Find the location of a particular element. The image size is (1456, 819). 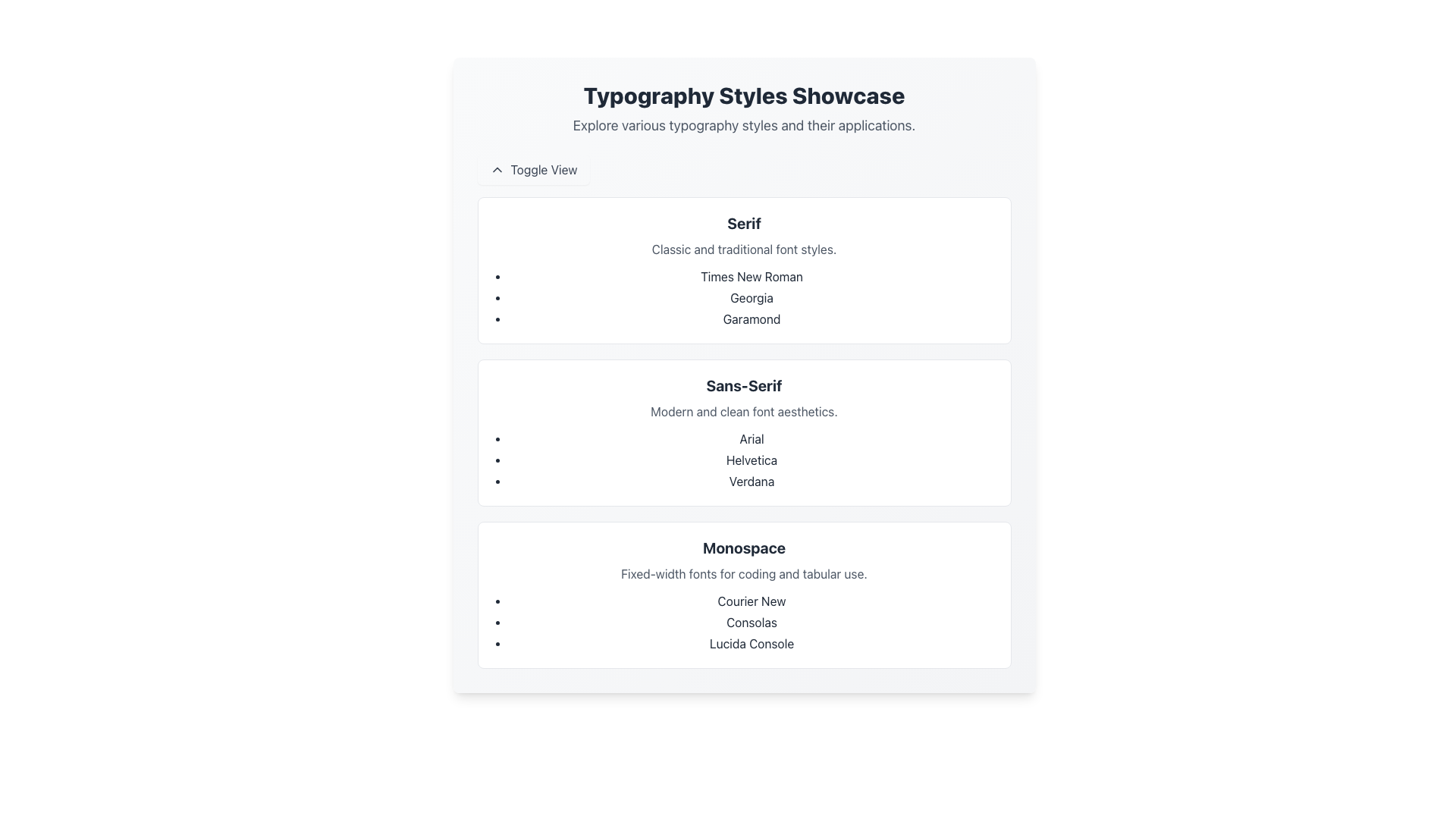

the Text block that provides a brief description below the header 'Typography Styles Showcase' is located at coordinates (744, 124).